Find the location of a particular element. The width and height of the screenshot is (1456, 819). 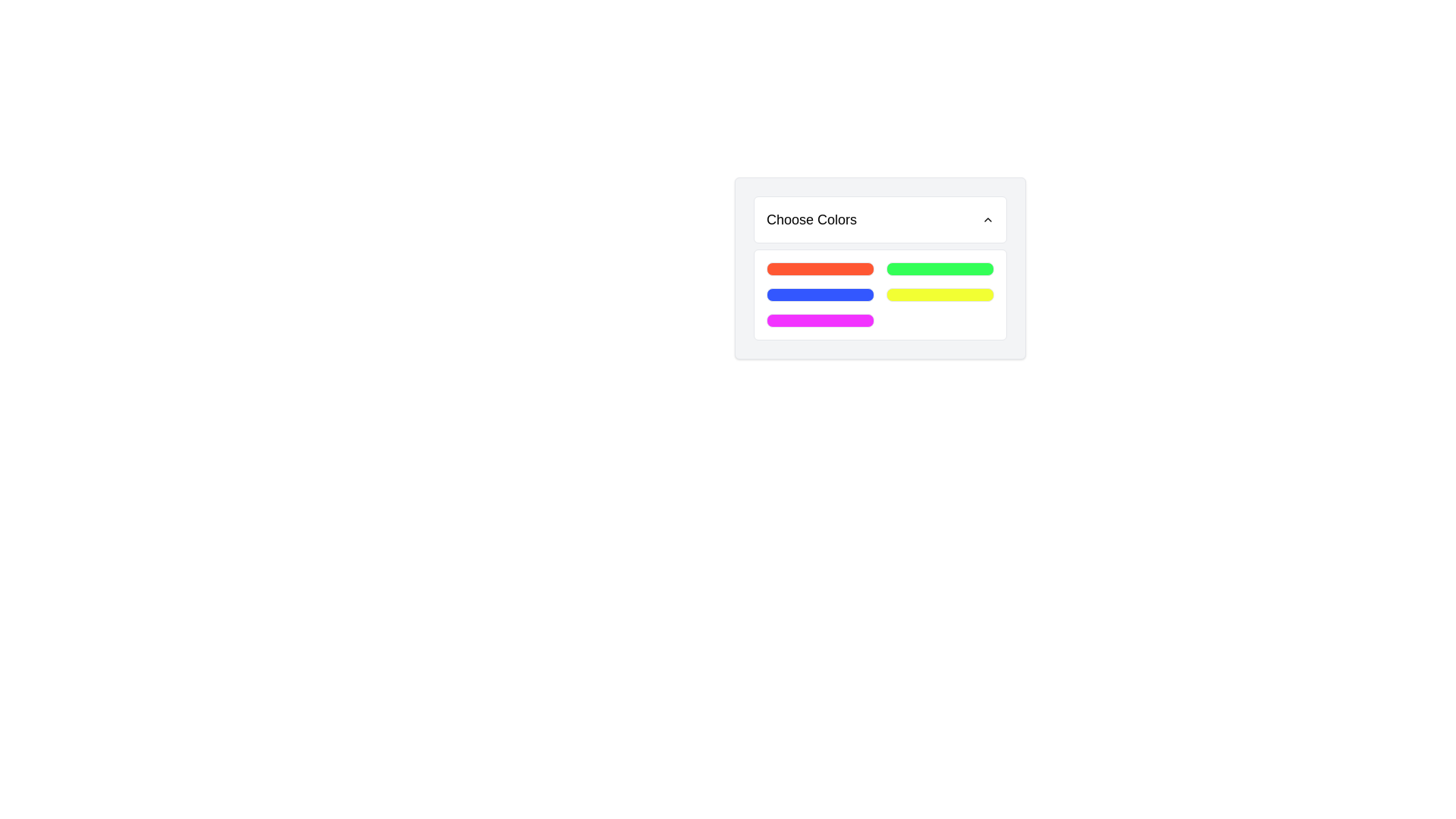

the small, vibrant pink rectangular UI component with rounded corners located in the bottom-left corner of the 2x4 grid is located at coordinates (819, 320).